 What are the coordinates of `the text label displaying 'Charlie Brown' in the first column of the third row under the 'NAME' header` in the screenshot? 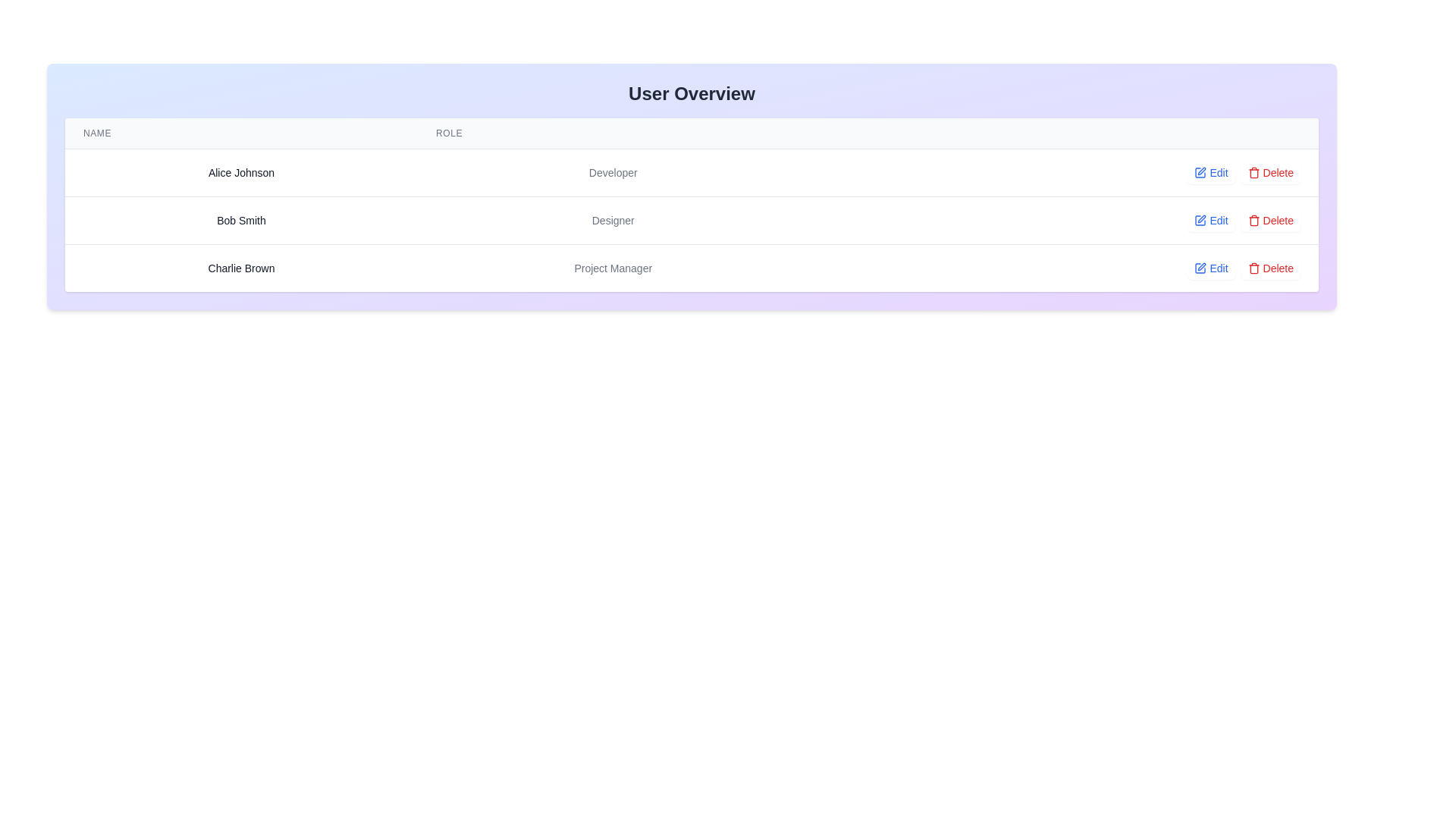 It's located at (240, 267).